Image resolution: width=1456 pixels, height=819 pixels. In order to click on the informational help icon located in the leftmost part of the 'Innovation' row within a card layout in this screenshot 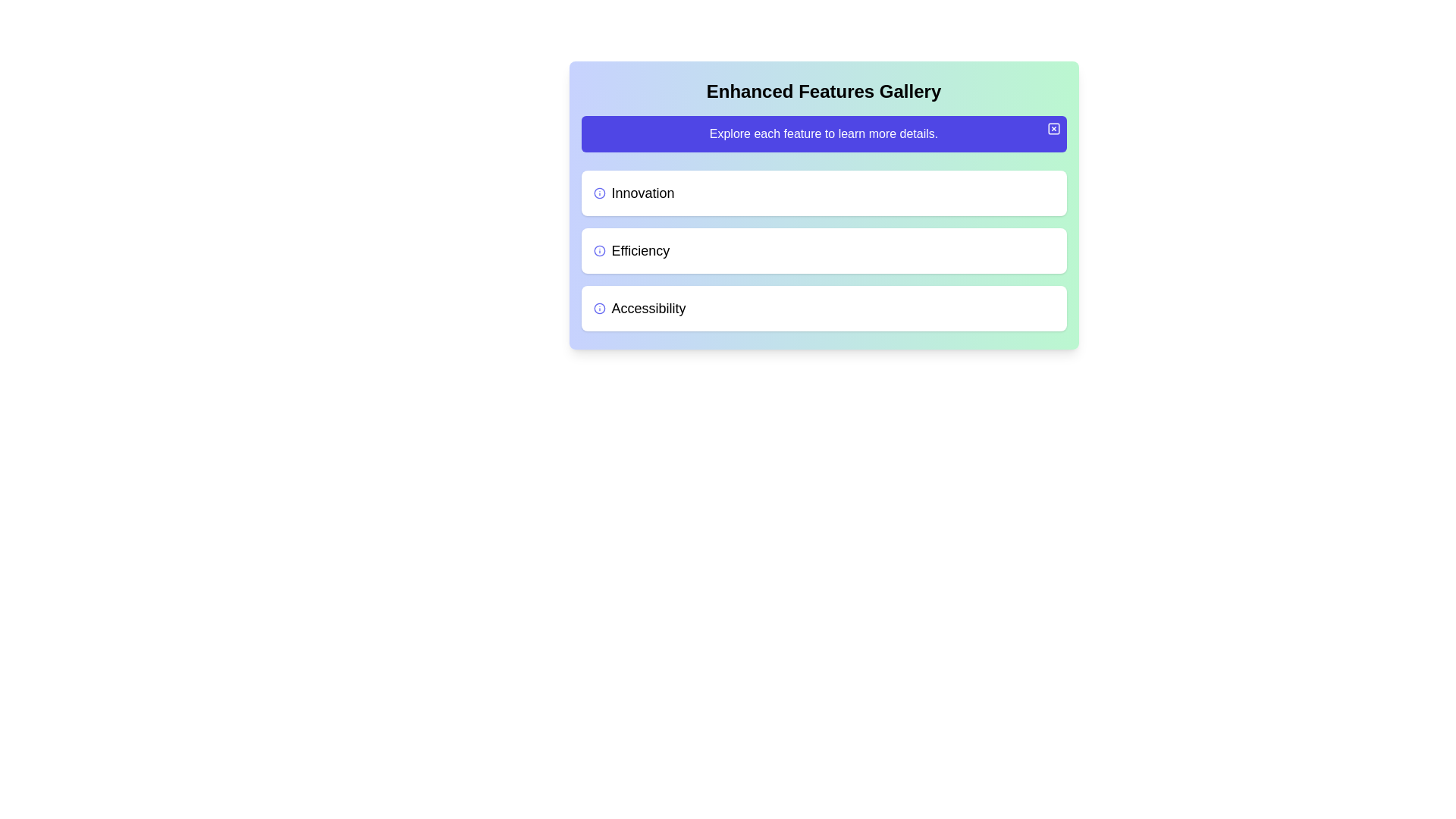, I will do `click(598, 192)`.